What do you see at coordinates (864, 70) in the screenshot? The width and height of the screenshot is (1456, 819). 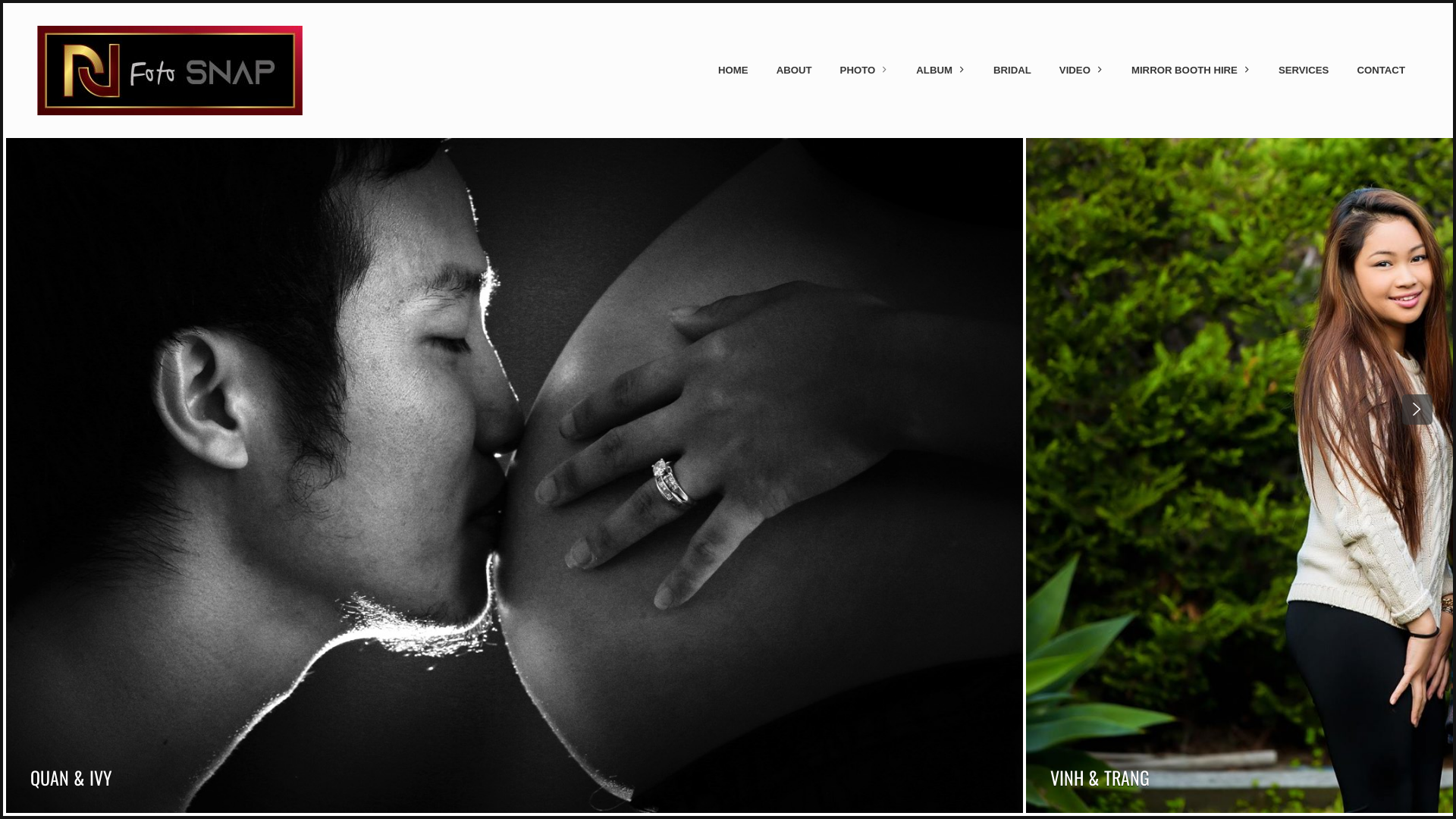 I see `'PHOTO'` at bounding box center [864, 70].